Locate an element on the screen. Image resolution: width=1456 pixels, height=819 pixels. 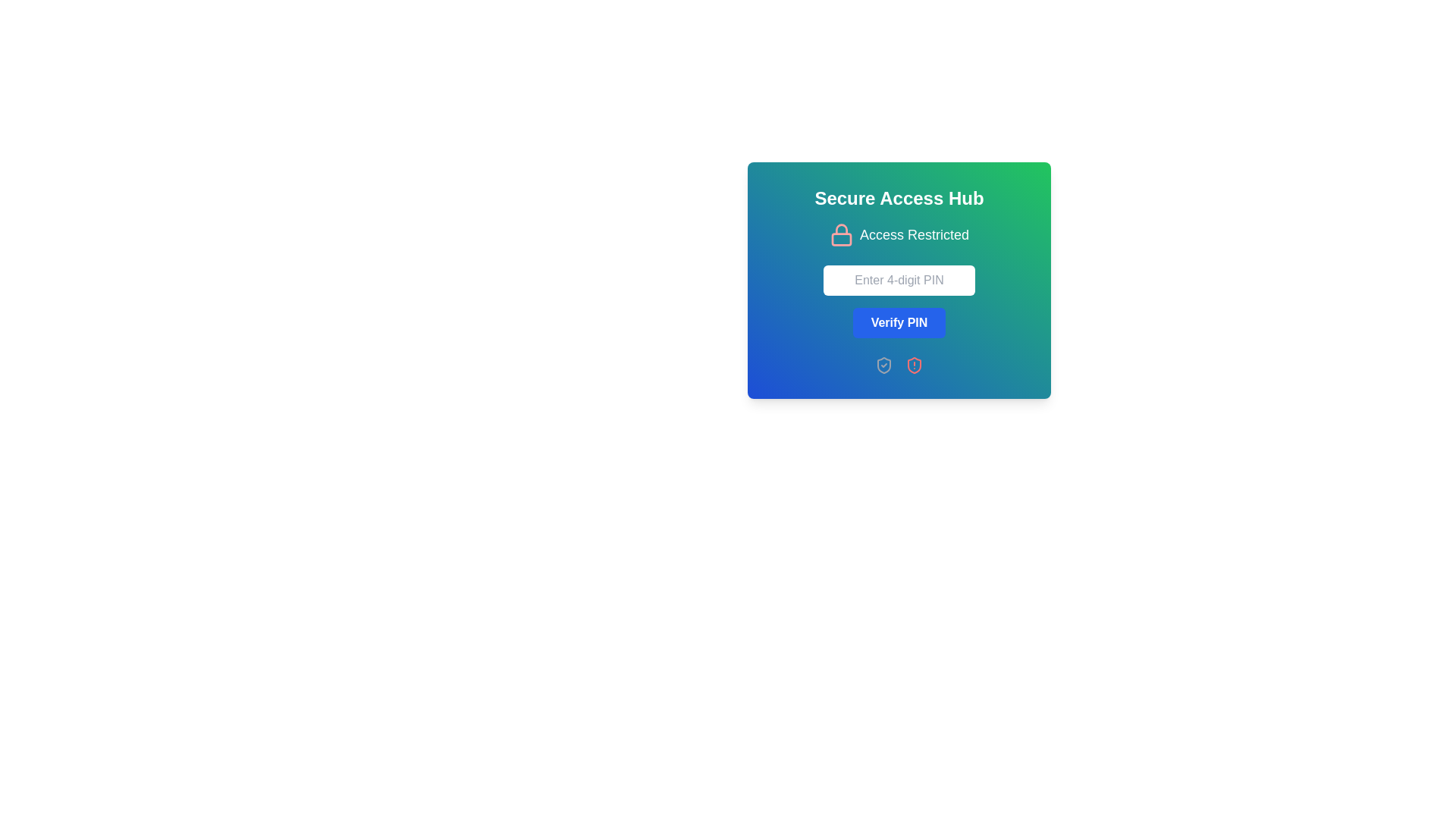
the 'Access Restricted' label with a lock icon, which is located in the centered modal component below the 'Secure Access Hub' title and above the PIN entry field is located at coordinates (899, 234).